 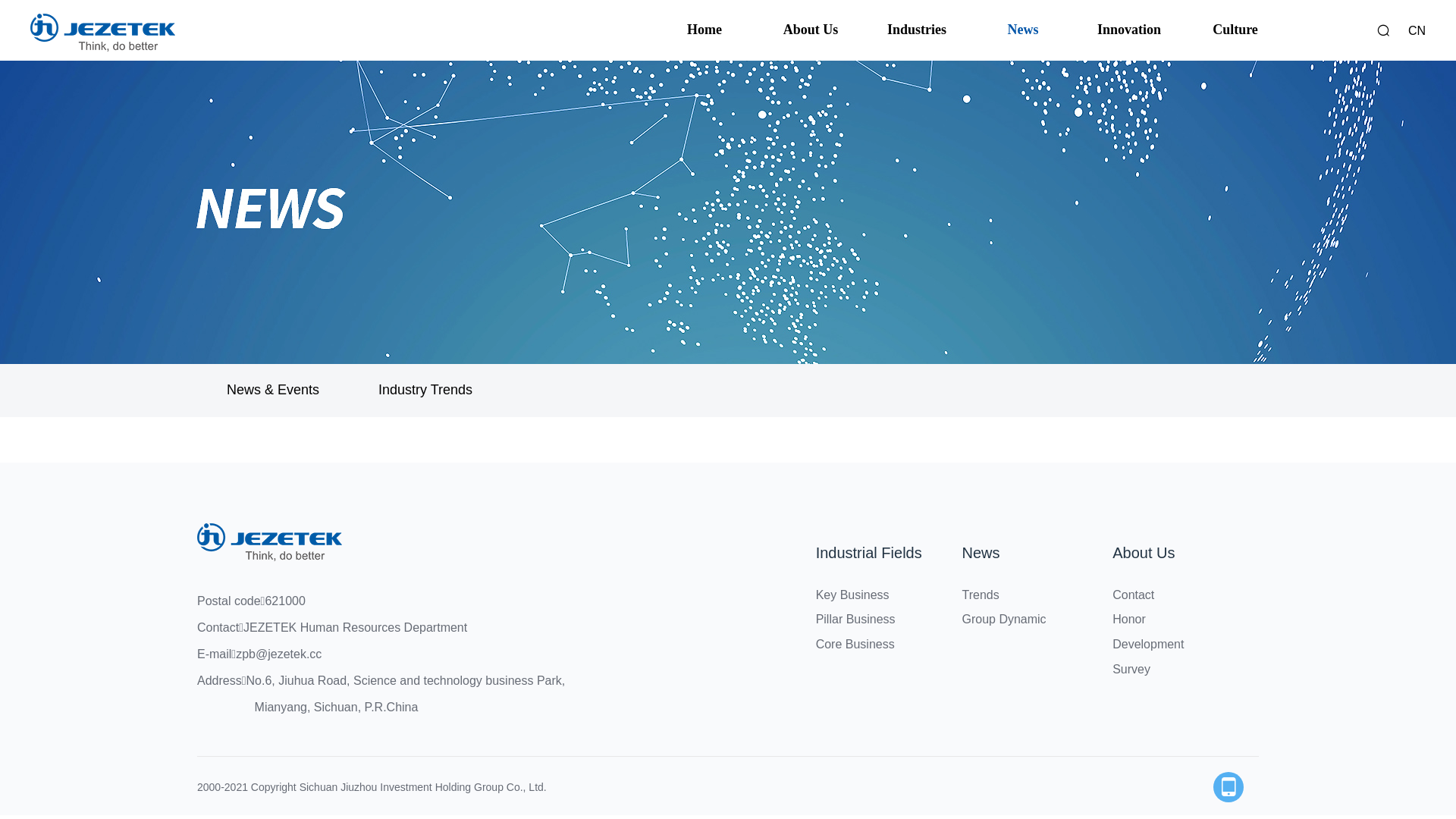 What do you see at coordinates (1197, 30) in the screenshot?
I see `'Culture` at bounding box center [1197, 30].